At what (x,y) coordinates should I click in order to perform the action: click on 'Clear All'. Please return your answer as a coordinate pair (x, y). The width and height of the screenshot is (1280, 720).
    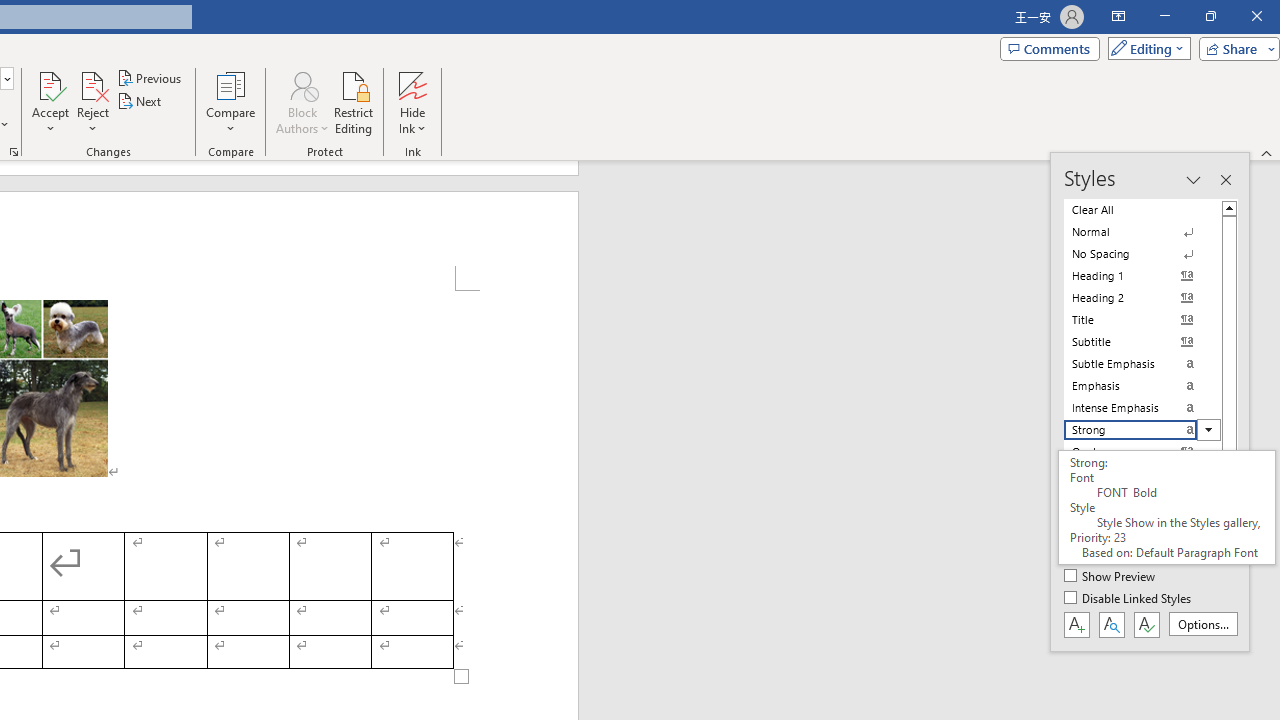
    Looking at the image, I should click on (1142, 209).